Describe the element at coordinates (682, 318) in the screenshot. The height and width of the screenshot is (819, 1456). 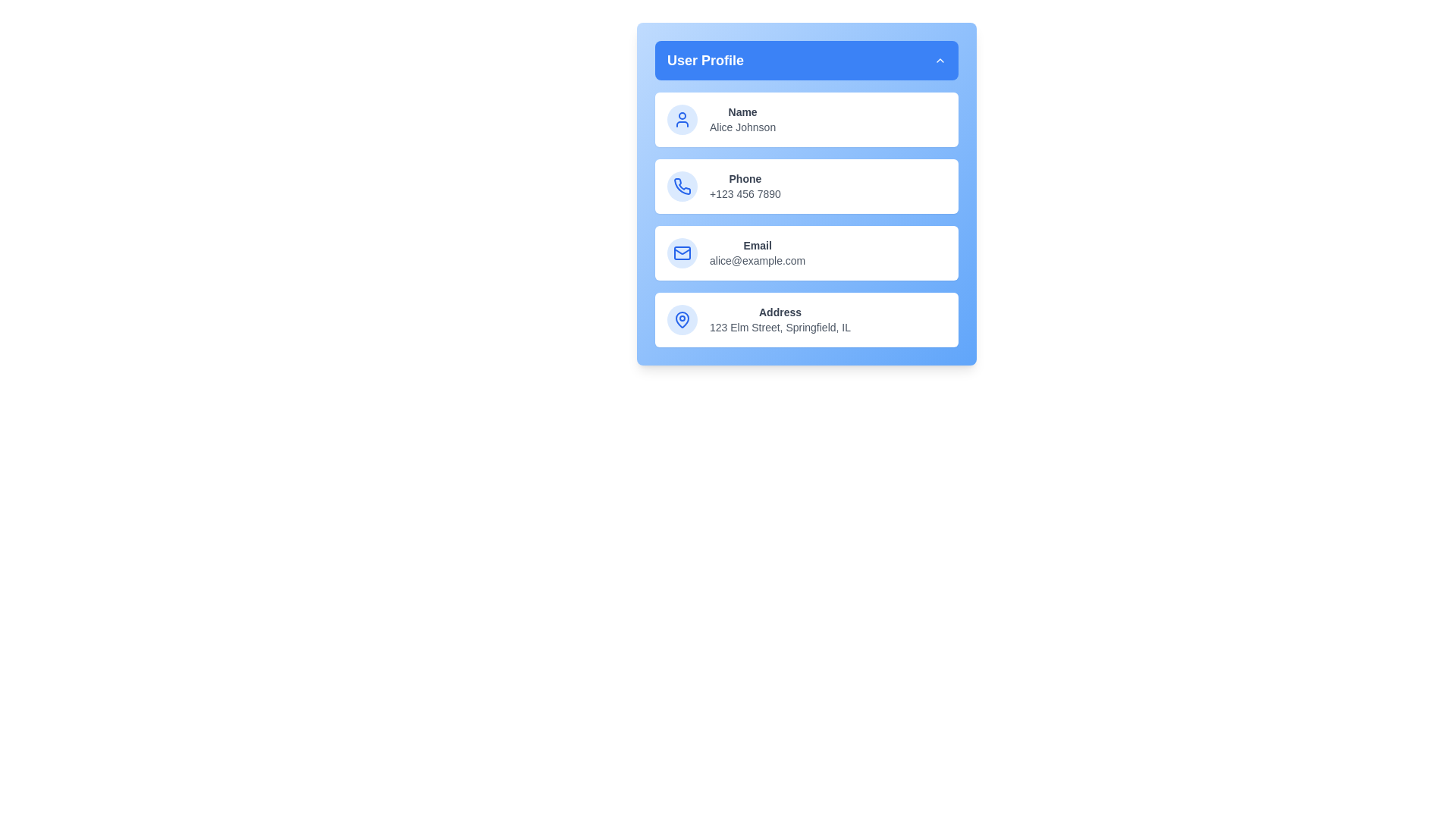
I see `the icon representing the address in the list entry for '123 Elm Street, Springfield, IL'` at that location.